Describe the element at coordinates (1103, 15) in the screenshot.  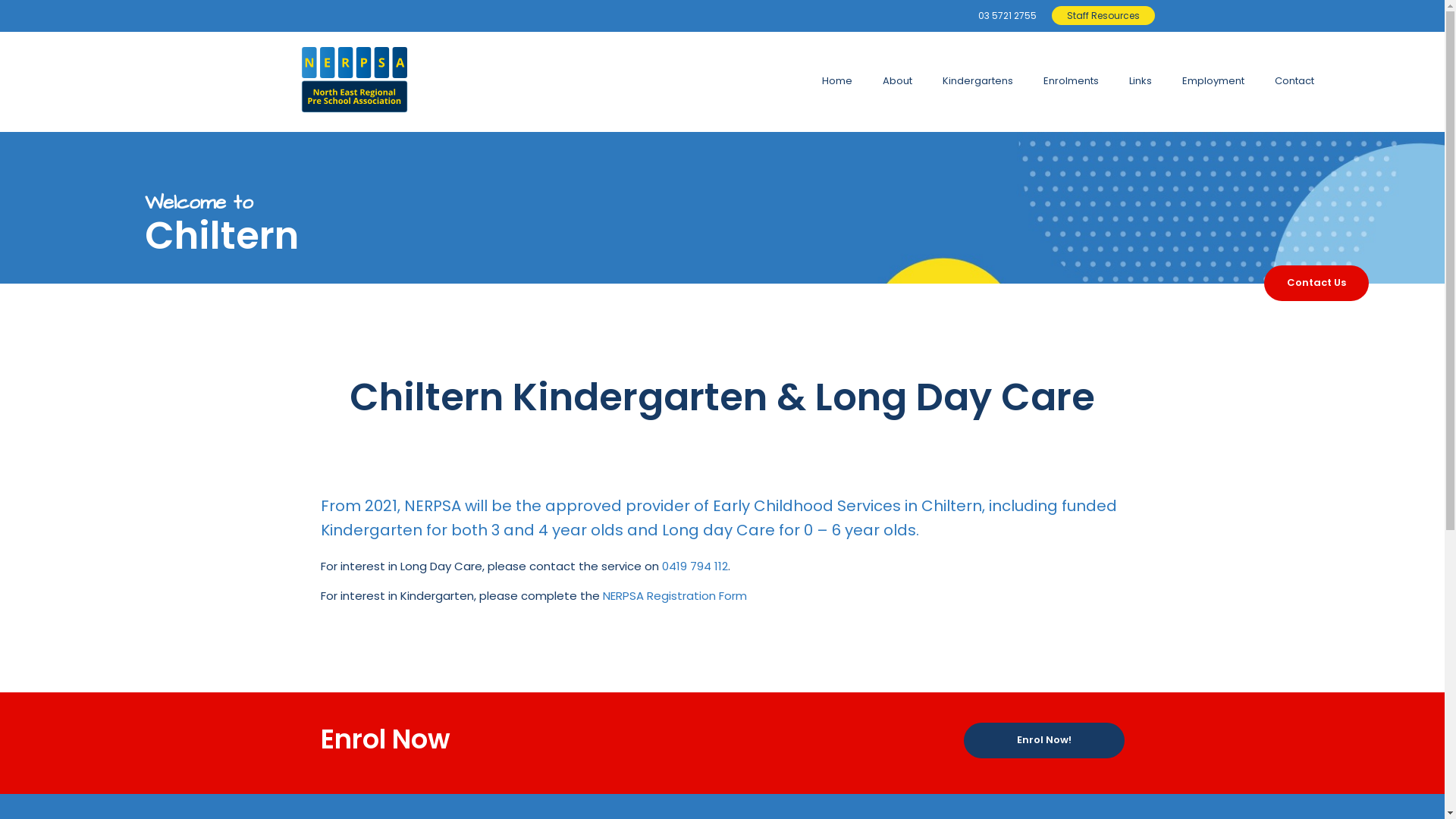
I see `'Staff Resources'` at that location.